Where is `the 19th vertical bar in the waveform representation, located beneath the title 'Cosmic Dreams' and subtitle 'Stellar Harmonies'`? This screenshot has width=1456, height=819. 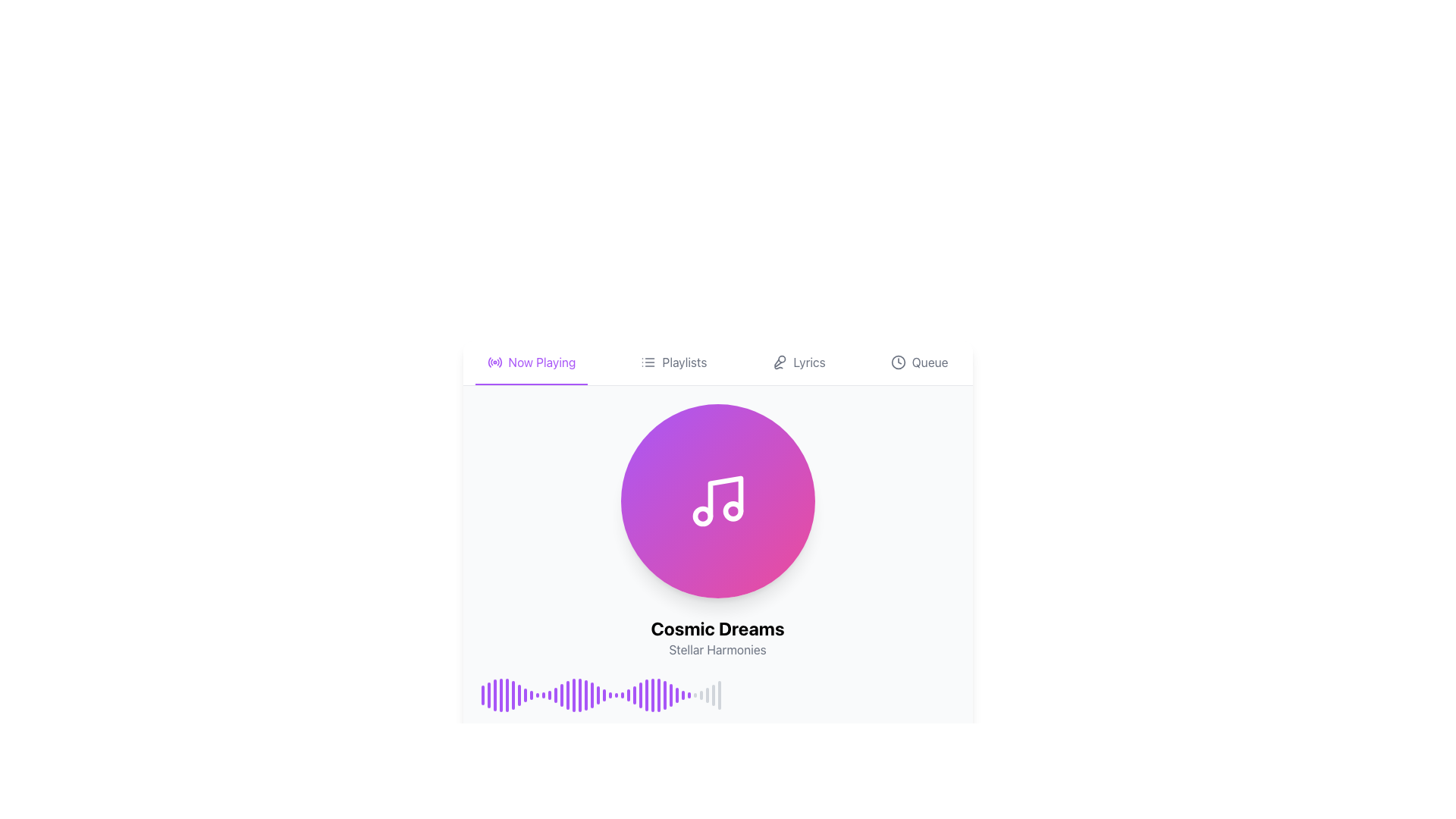
the 19th vertical bar in the waveform representation, located beneath the title 'Cosmic Dreams' and subtitle 'Stellar Harmonies' is located at coordinates (591, 695).